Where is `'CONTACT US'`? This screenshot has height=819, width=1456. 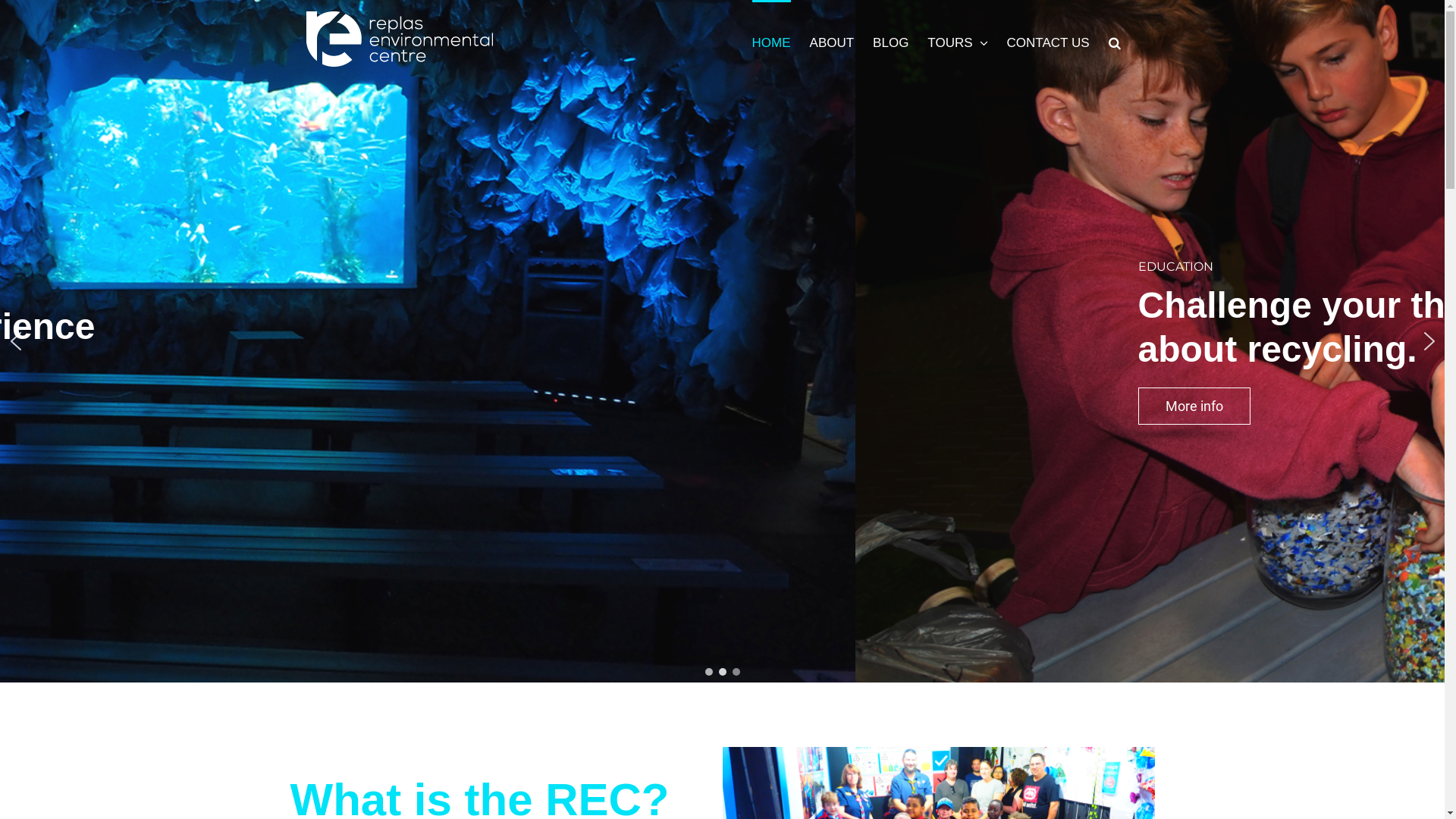
'CONTACT US' is located at coordinates (1047, 40).